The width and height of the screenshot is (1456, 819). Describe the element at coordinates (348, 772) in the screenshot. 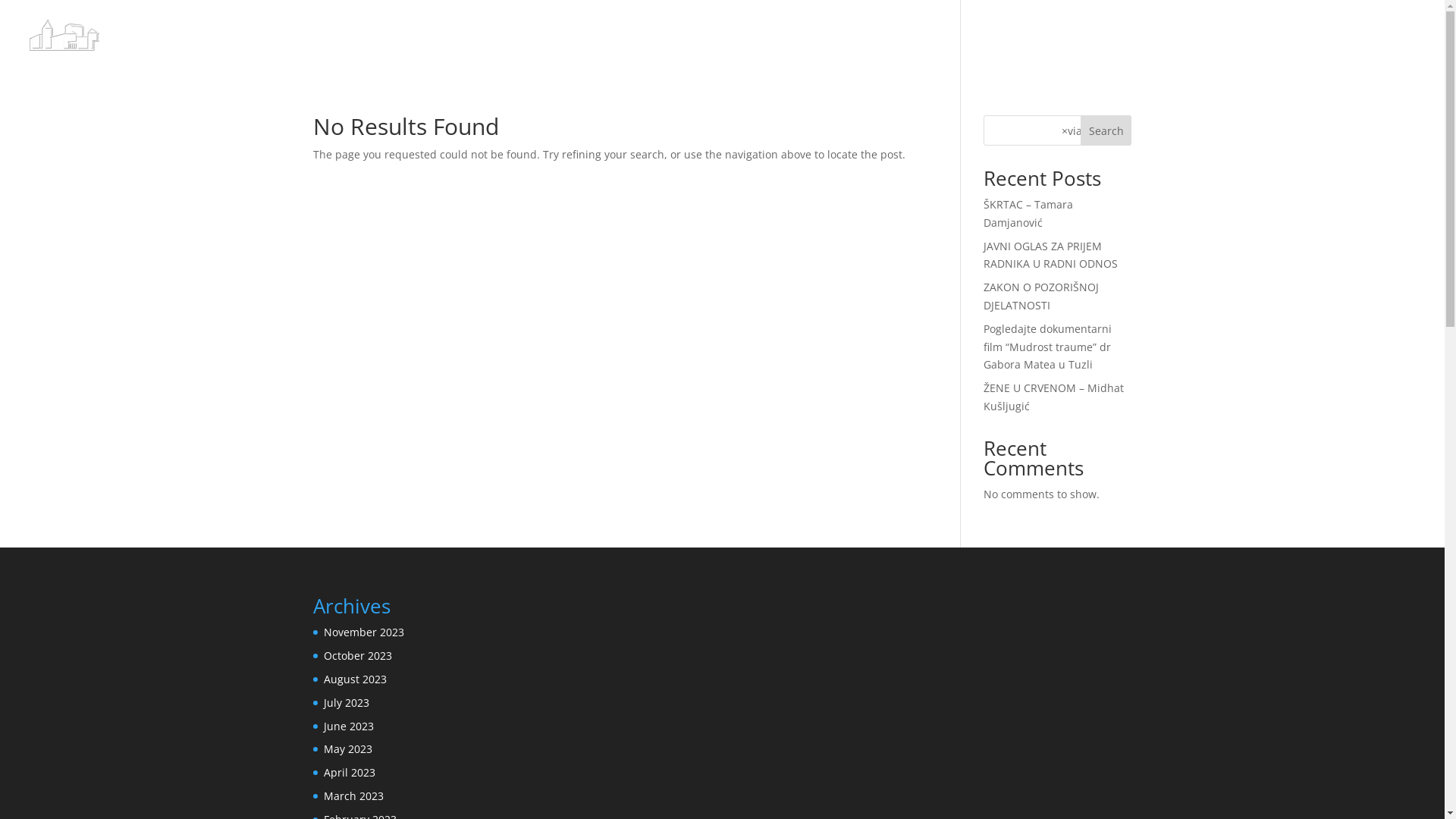

I see `'April 2023'` at that location.